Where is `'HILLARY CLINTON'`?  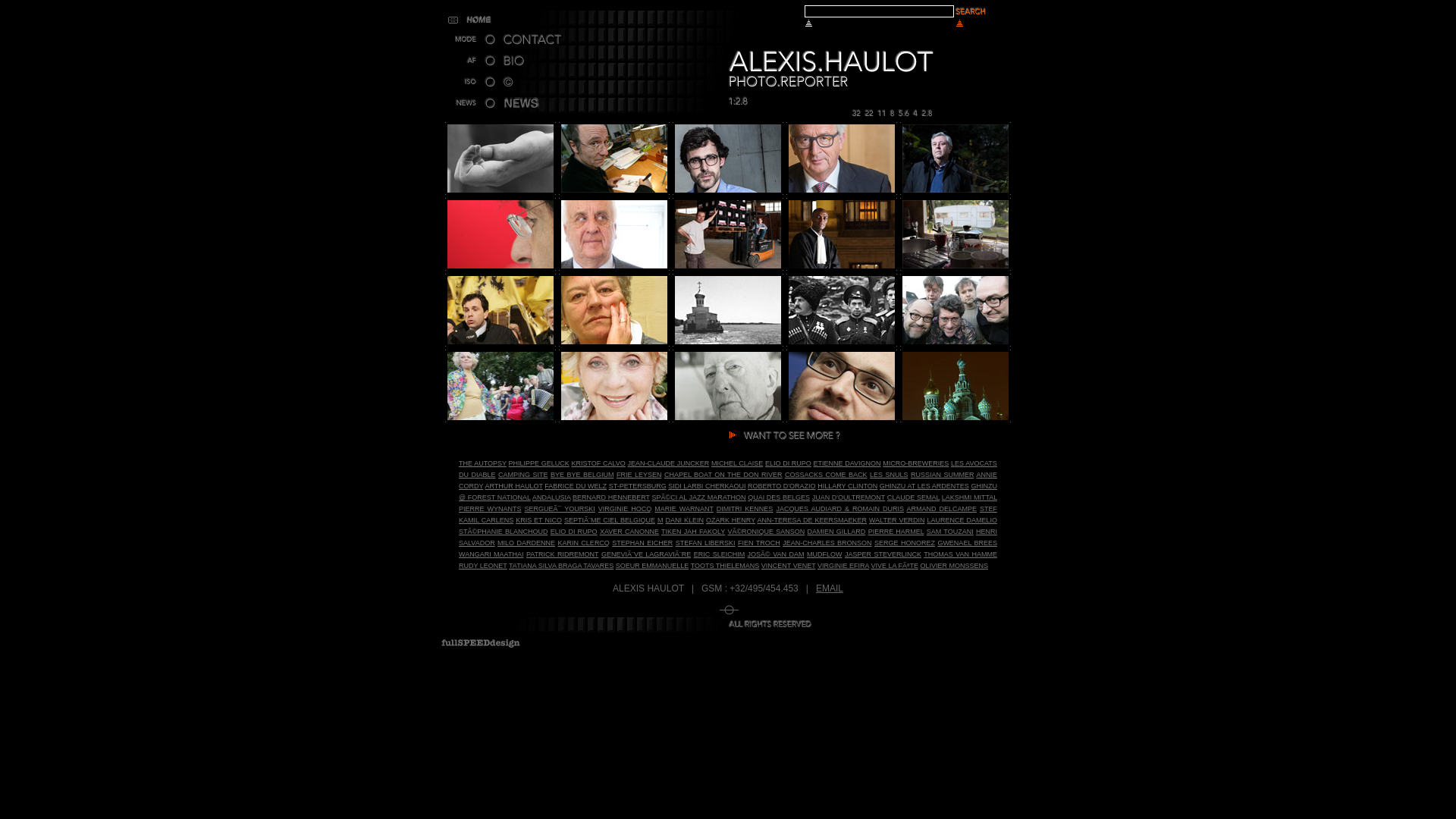 'HILLARY CLINTON' is located at coordinates (817, 485).